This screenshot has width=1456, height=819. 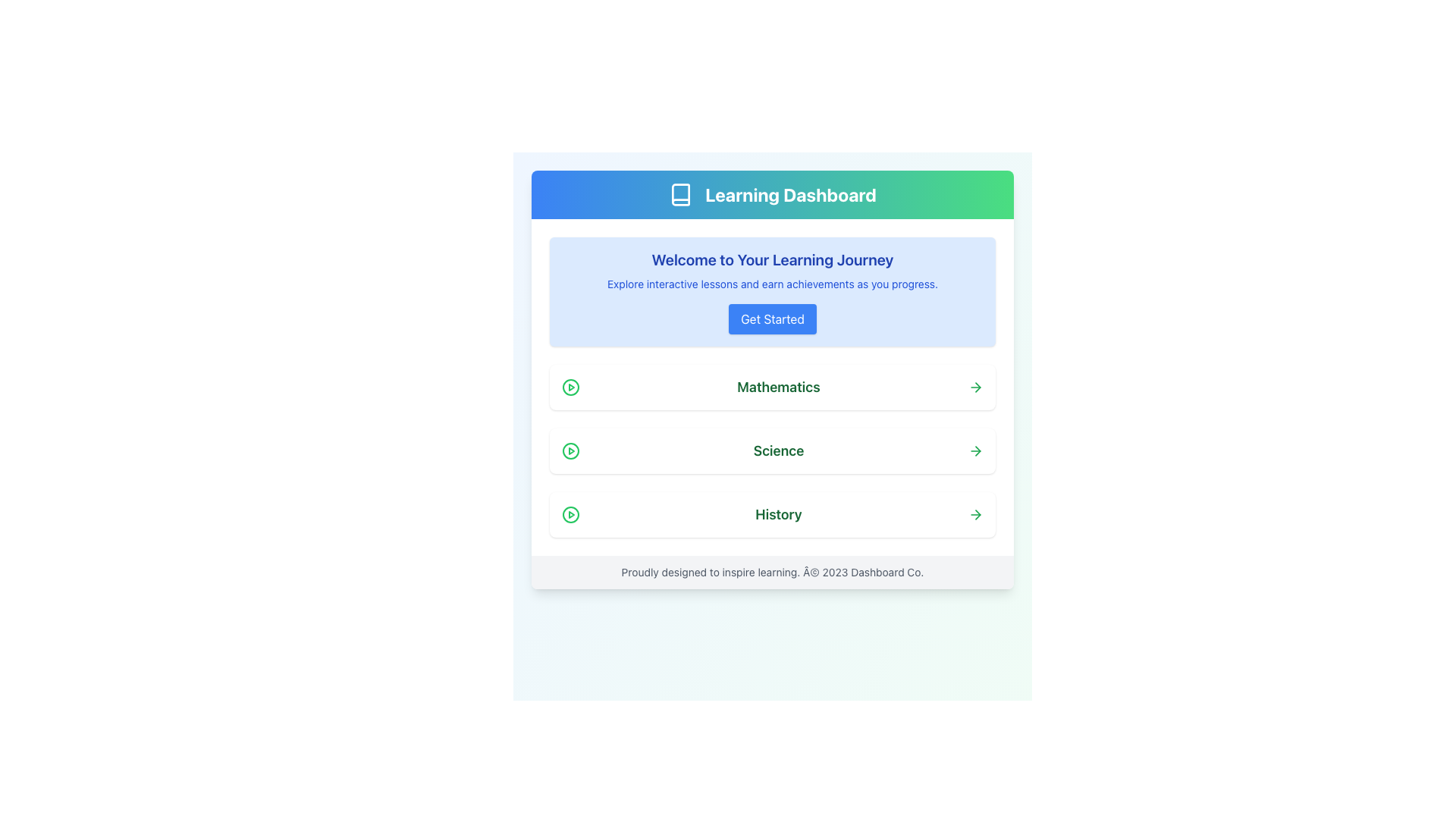 I want to click on the prominently styled rectangular button labeled 'Get Started' with a blue background to observe its hover effects, so click(x=772, y=318).